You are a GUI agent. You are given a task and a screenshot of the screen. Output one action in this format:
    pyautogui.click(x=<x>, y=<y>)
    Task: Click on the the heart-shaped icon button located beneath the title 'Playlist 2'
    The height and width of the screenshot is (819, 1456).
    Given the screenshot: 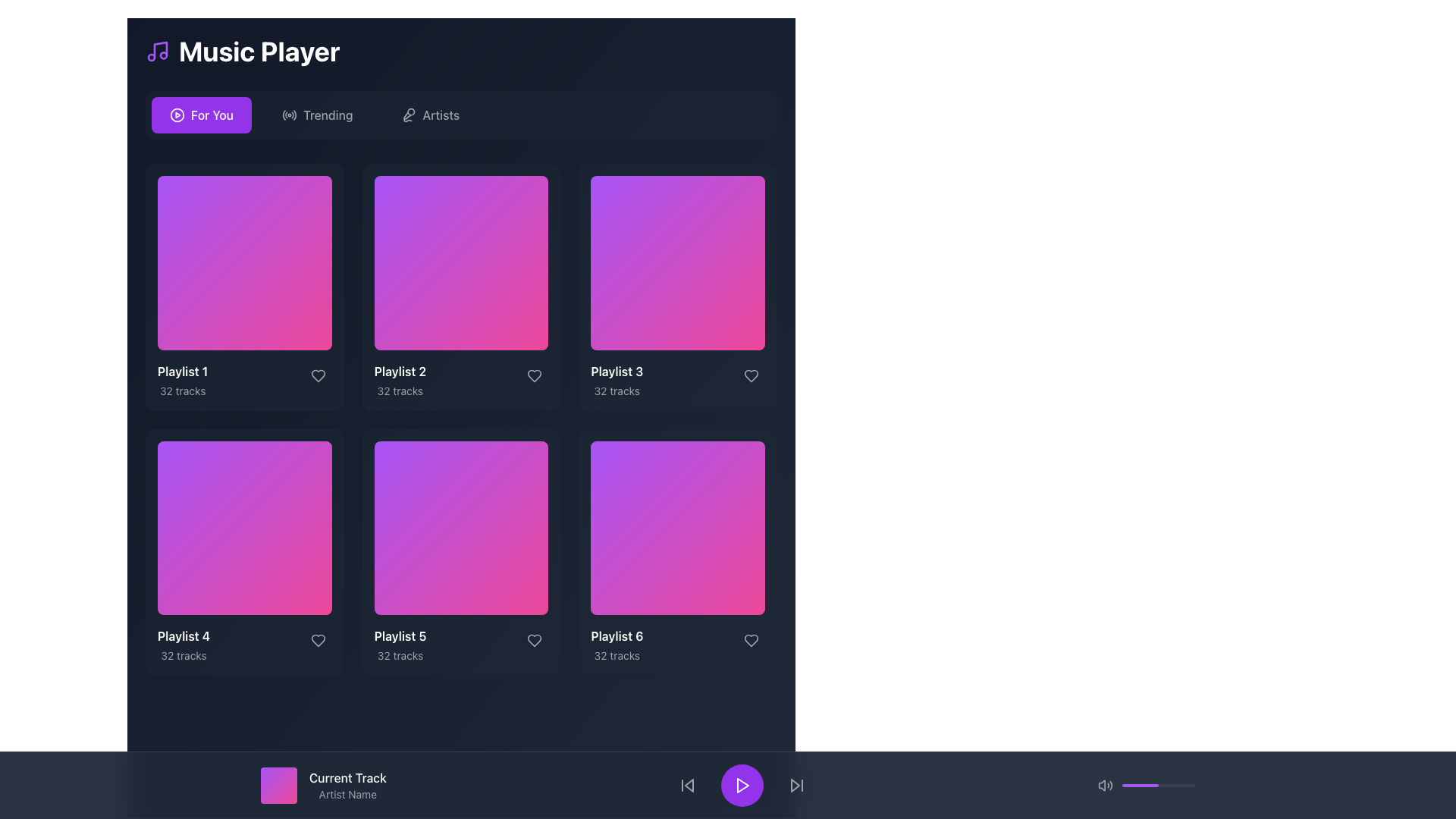 What is the action you would take?
    pyautogui.click(x=535, y=375)
    